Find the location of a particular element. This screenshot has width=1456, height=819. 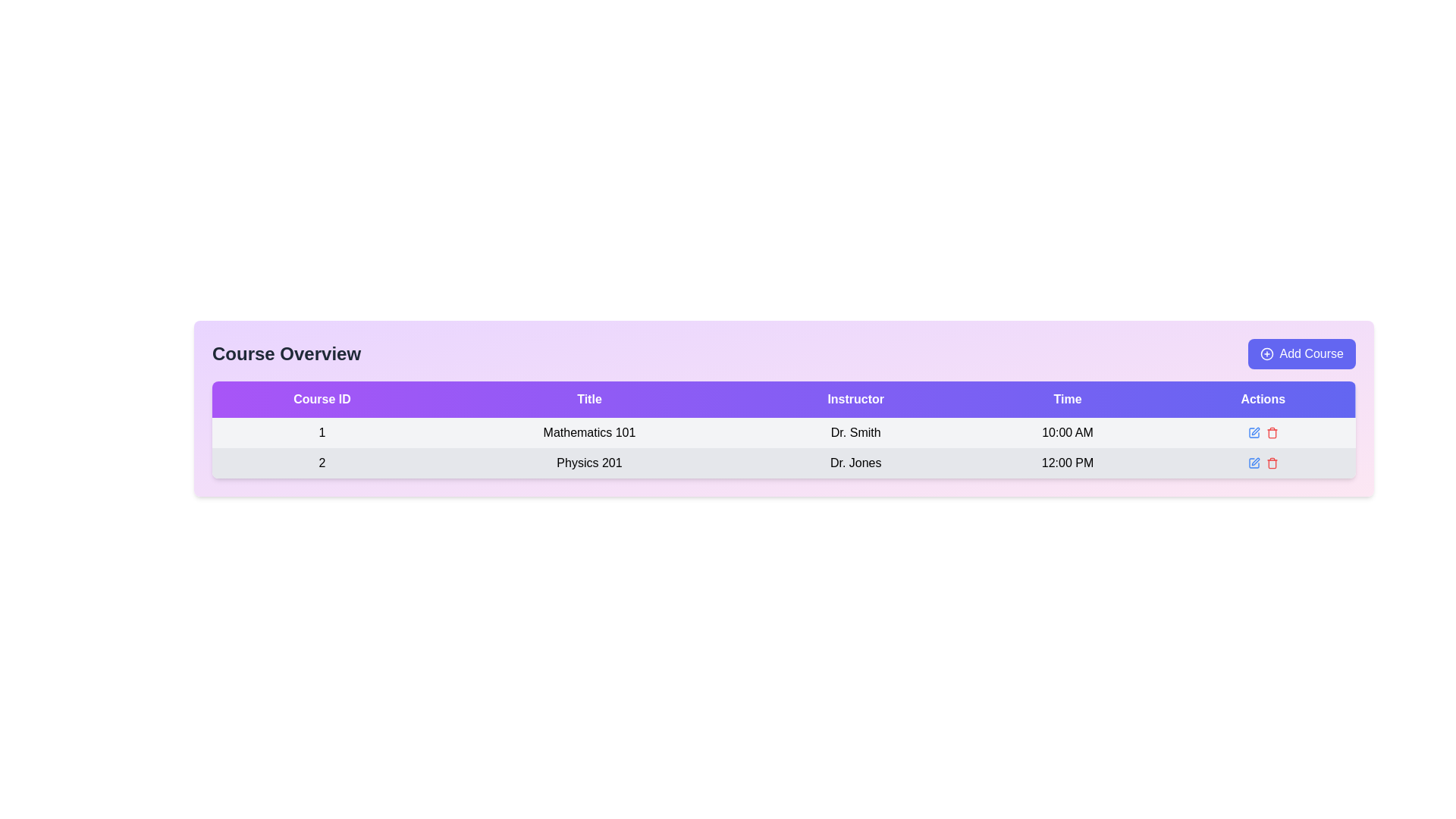

the 'Edit' icon located in the 'Actions' column of the second row of the table is located at coordinates (1255, 461).